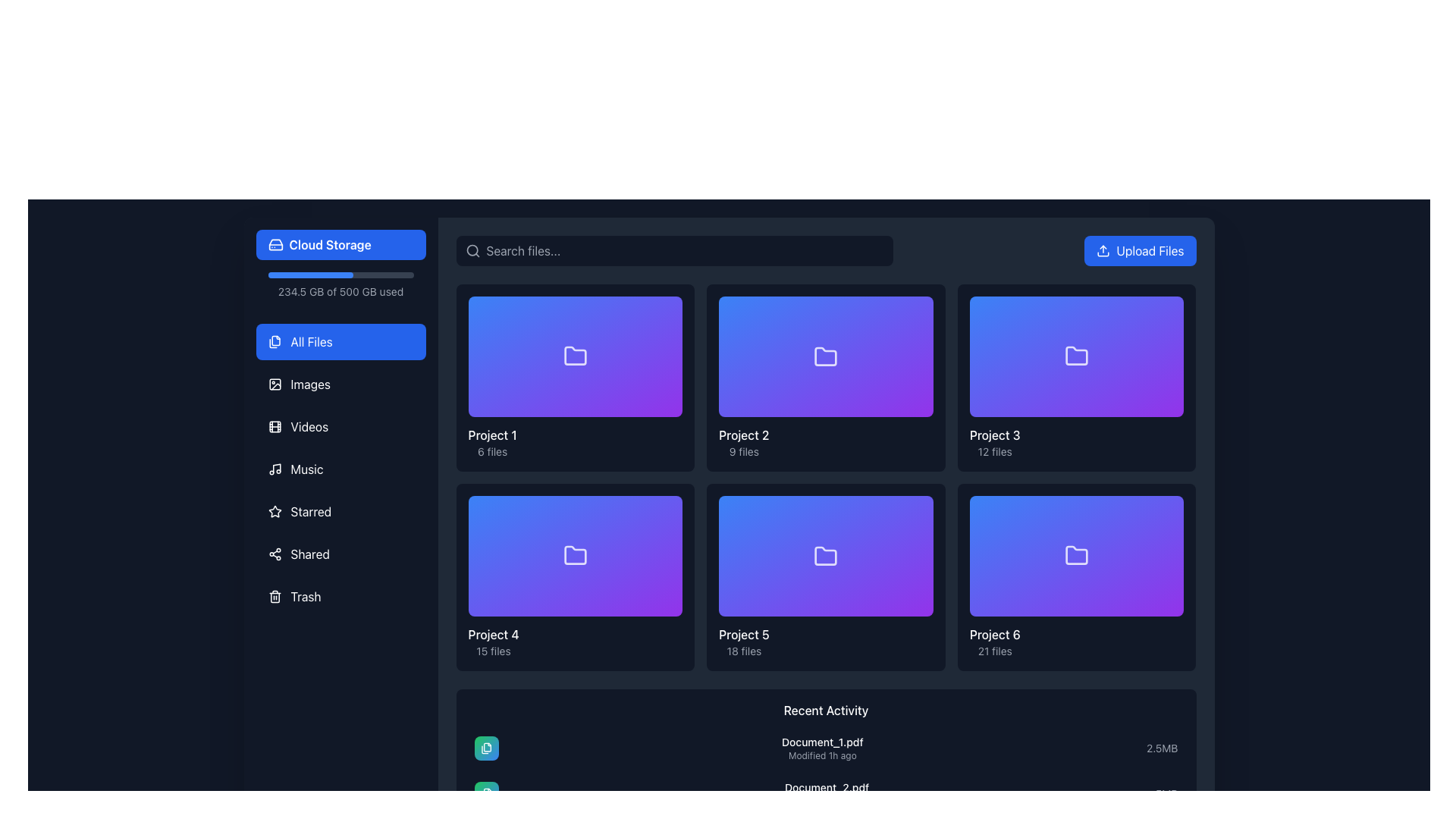 This screenshot has height=819, width=1456. What do you see at coordinates (821, 742) in the screenshot?
I see `the text label for 'Document_1.pdf'` at bounding box center [821, 742].